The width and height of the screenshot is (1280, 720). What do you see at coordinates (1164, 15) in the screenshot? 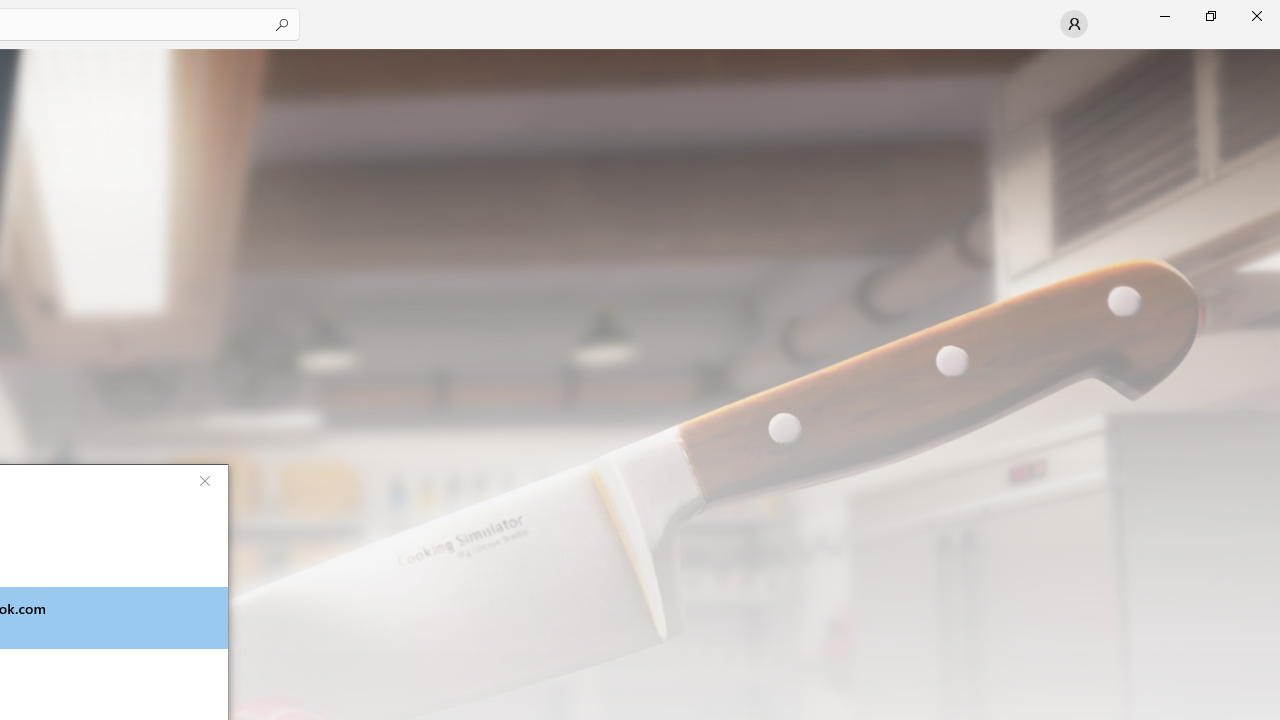
I see `'Minimize Microsoft Store'` at bounding box center [1164, 15].